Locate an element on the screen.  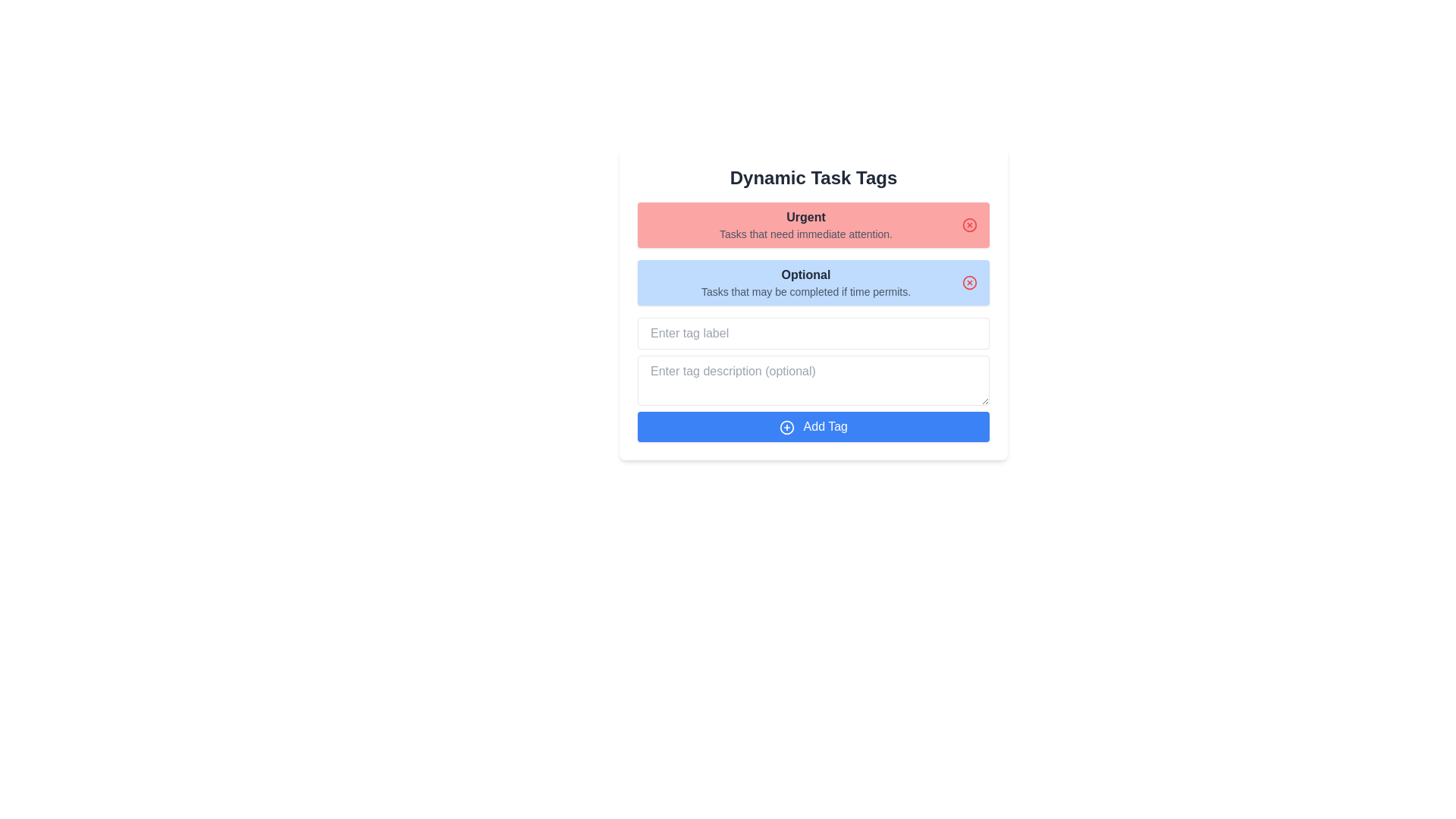
the text display component that shows 'Optional' and 'Tasks that may be completed if time permits', which is located in a rounded rectangle with a light blue background, positioned below the 'Urgent' tag is located at coordinates (805, 283).